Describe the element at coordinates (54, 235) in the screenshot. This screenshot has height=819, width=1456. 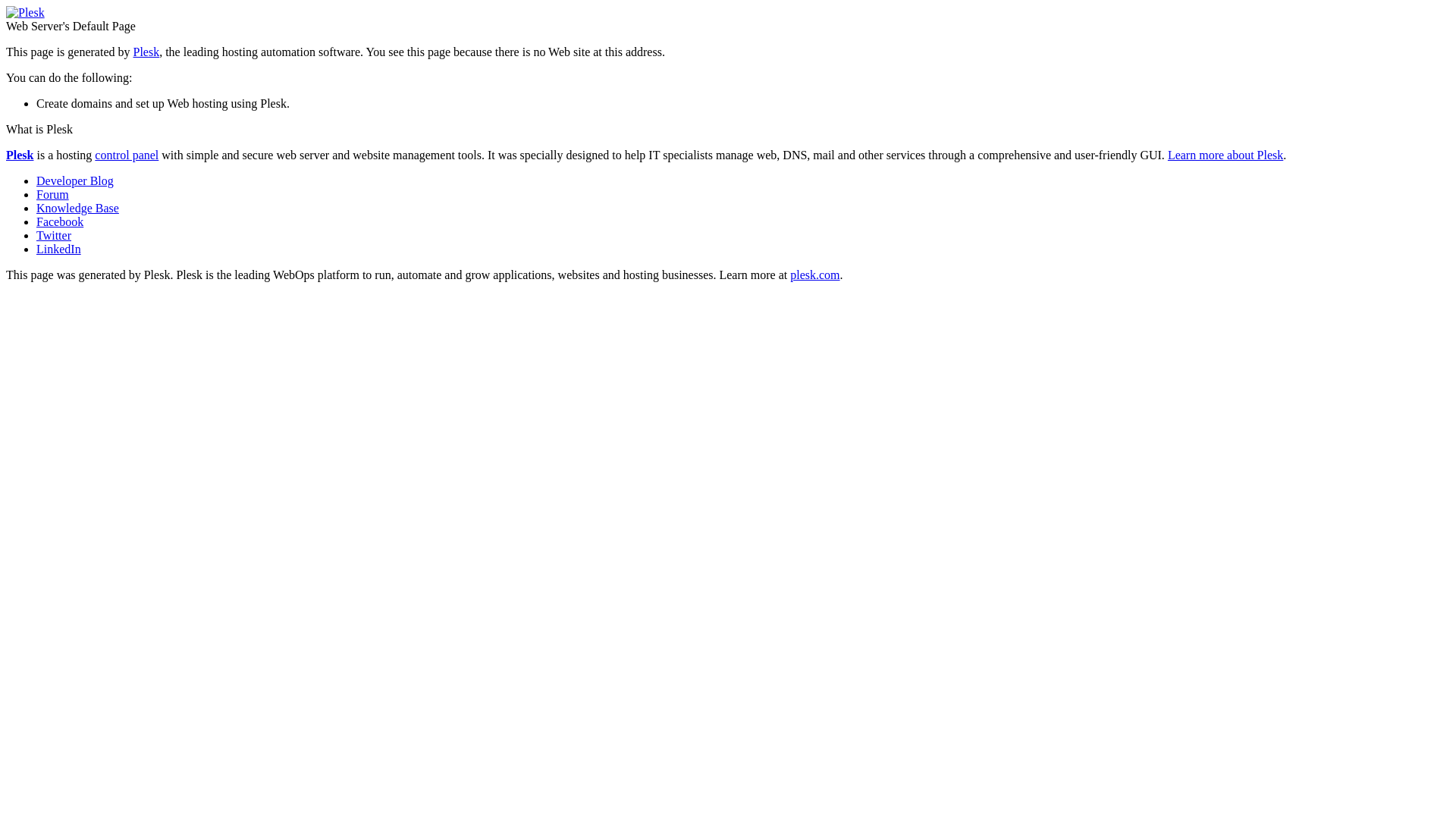
I see `'Twitter'` at that location.